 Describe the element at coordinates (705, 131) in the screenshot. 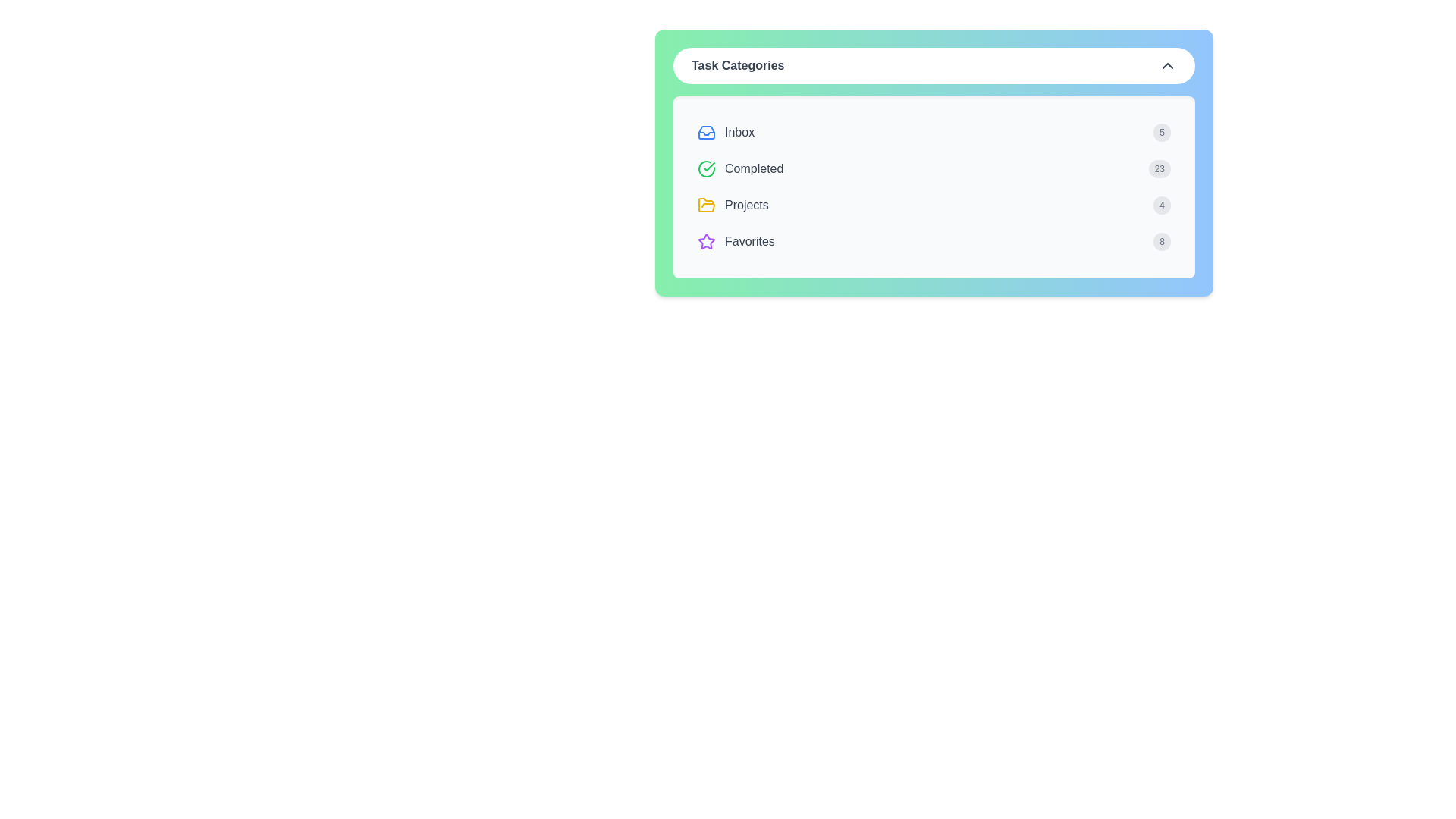

I see `the inbox box icon, which is the first icon in the 'Task Categories' list, styled with an outline design and blue color, located at the upper-left portion of the panel` at that location.